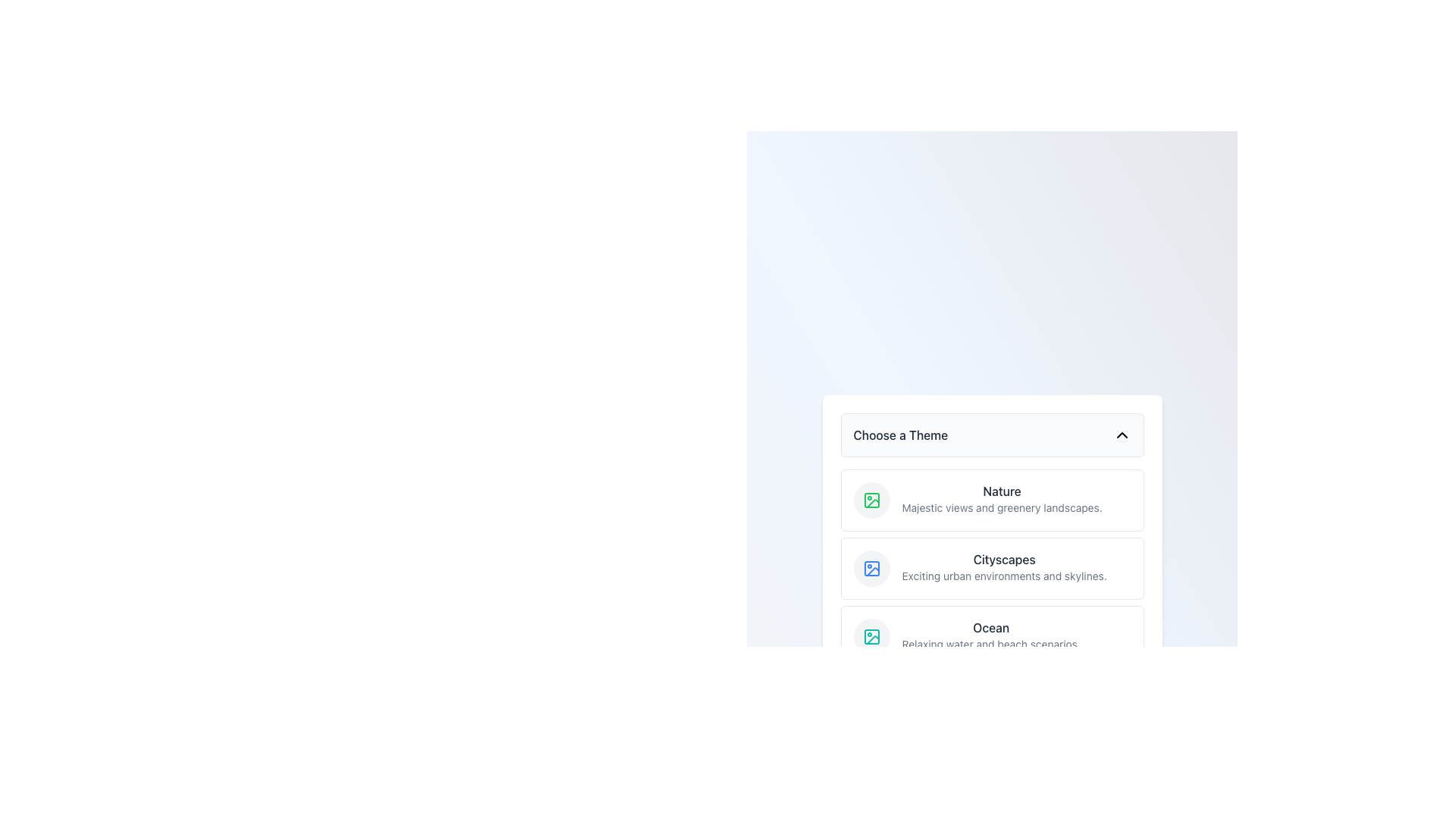  Describe the element at coordinates (992, 568) in the screenshot. I see `the second selectable list item labeled 'Cityscapes'` at that location.